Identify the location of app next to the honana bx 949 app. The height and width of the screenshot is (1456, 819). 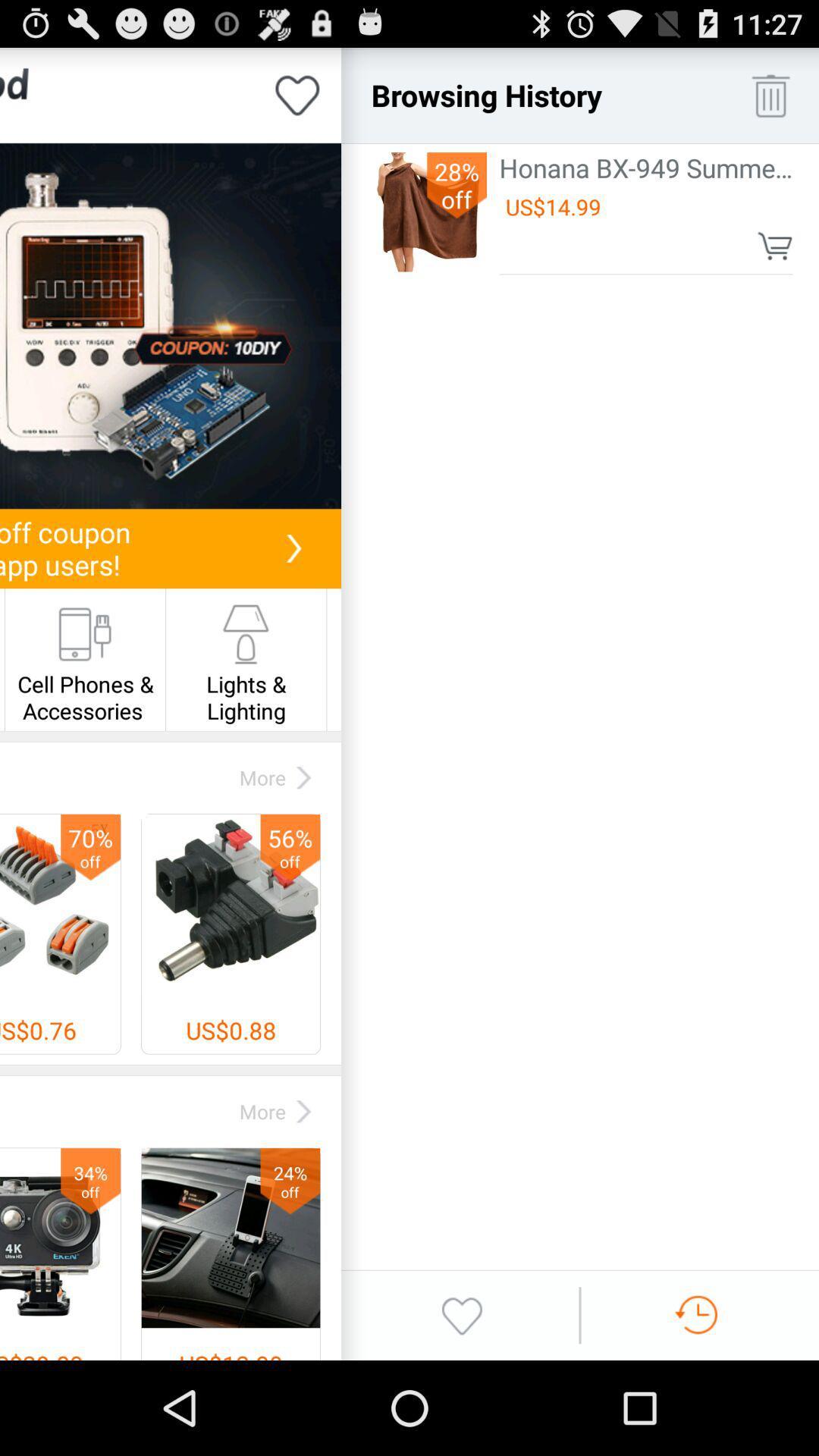
(456, 184).